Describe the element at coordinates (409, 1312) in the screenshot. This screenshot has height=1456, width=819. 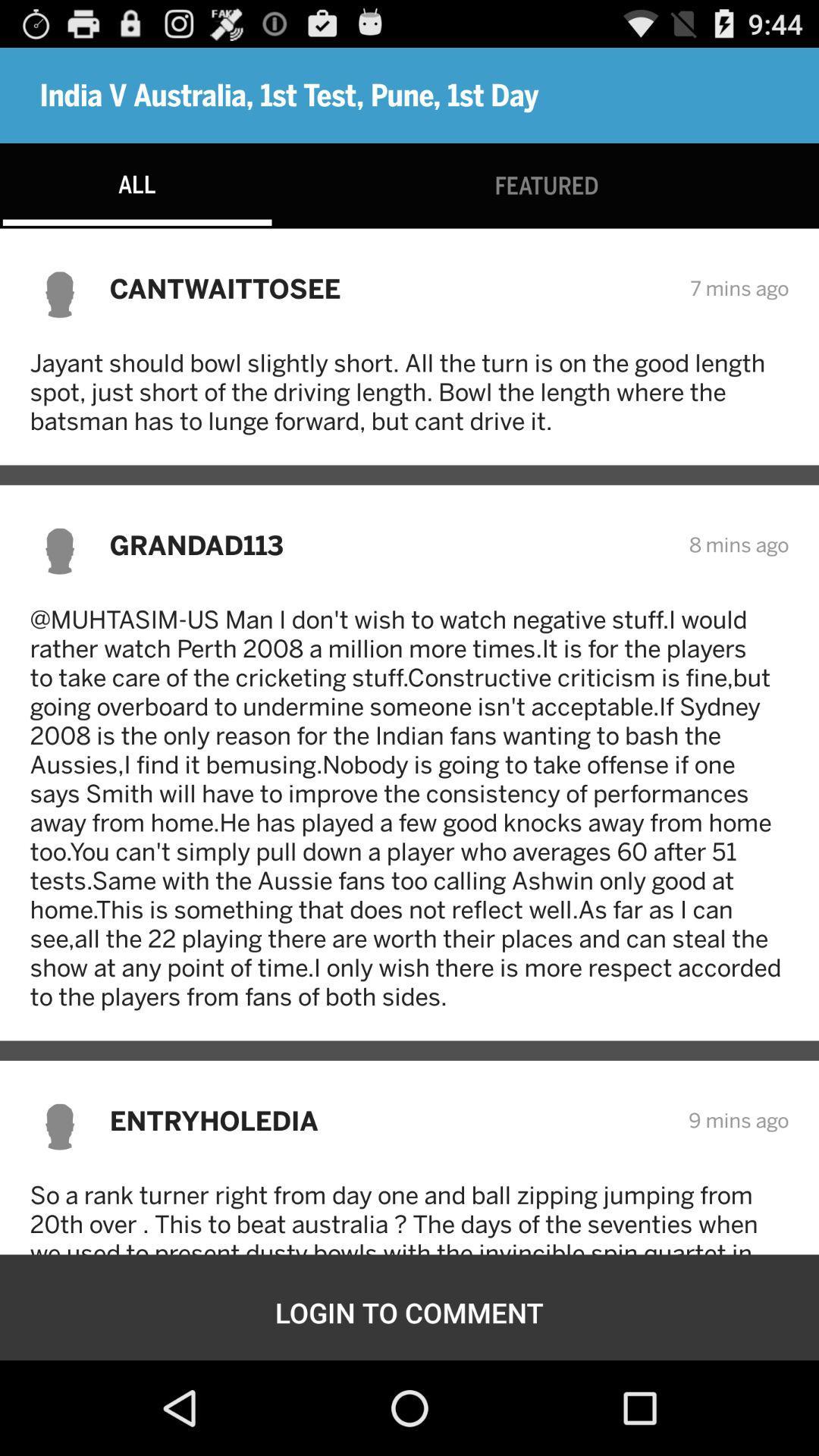
I see `item below the so a rank icon` at that location.